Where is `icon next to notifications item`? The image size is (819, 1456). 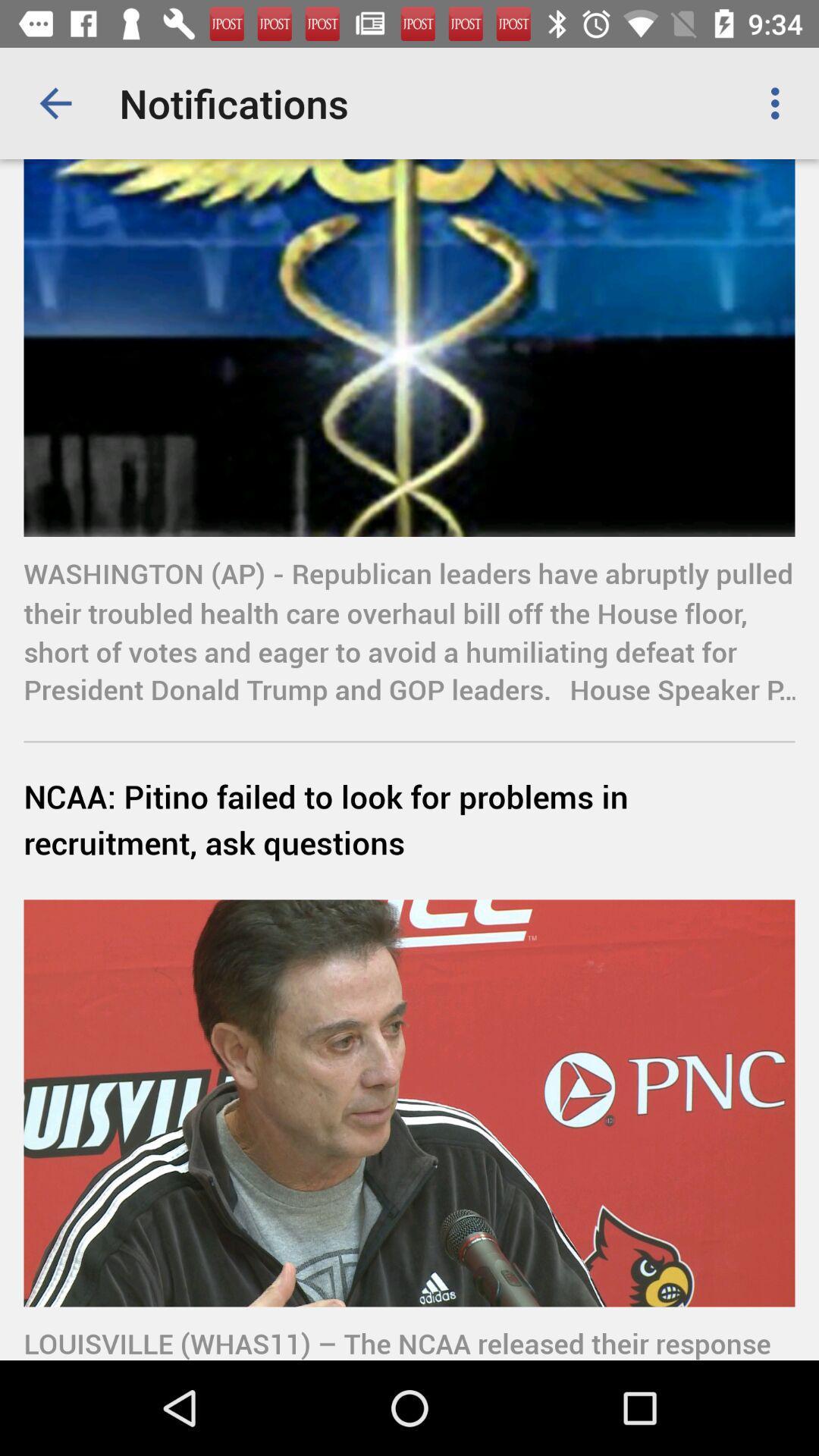 icon next to notifications item is located at coordinates (55, 102).